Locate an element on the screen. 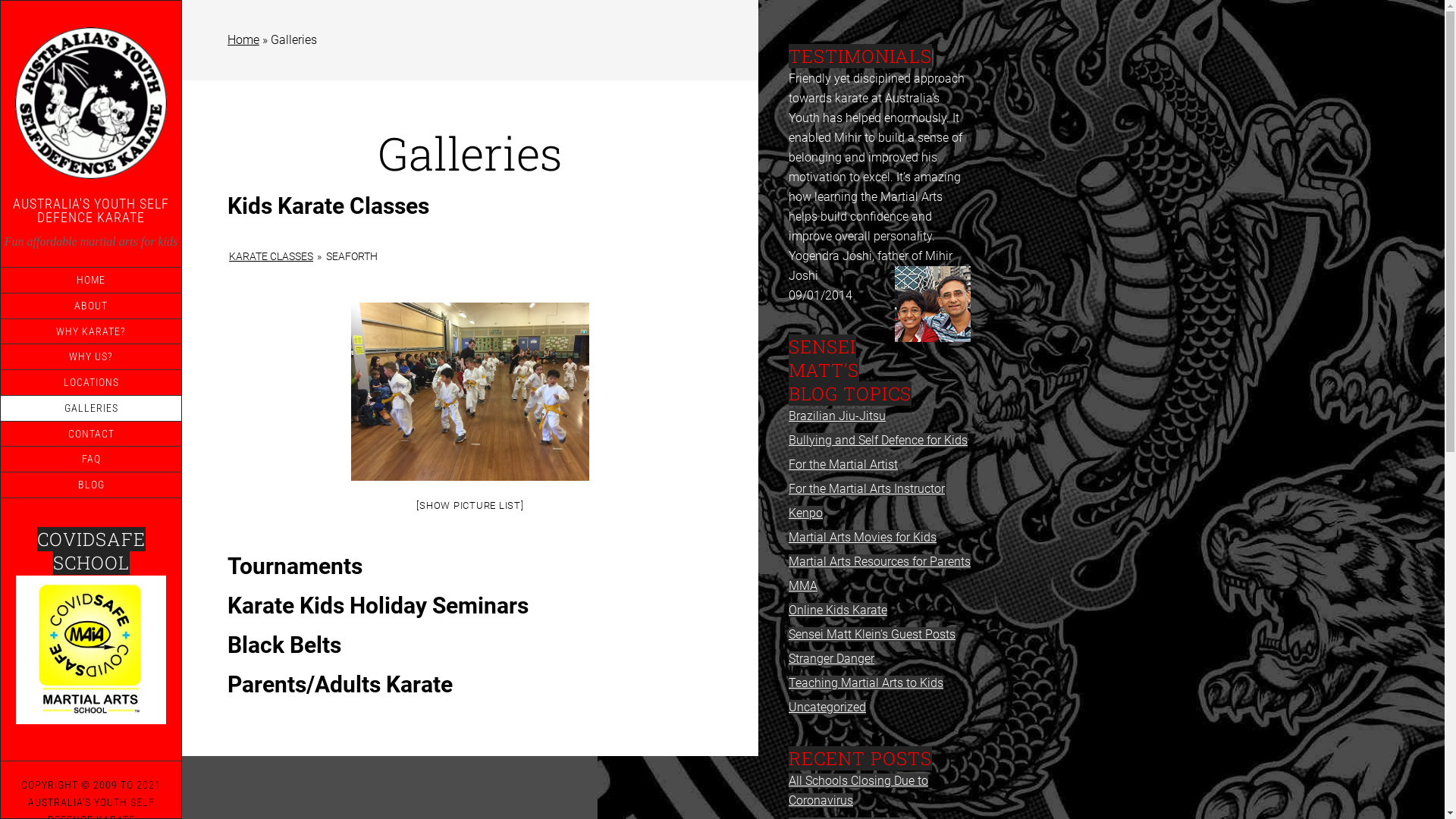 Image resolution: width=1456 pixels, height=819 pixels. 'Home' is located at coordinates (243, 39).